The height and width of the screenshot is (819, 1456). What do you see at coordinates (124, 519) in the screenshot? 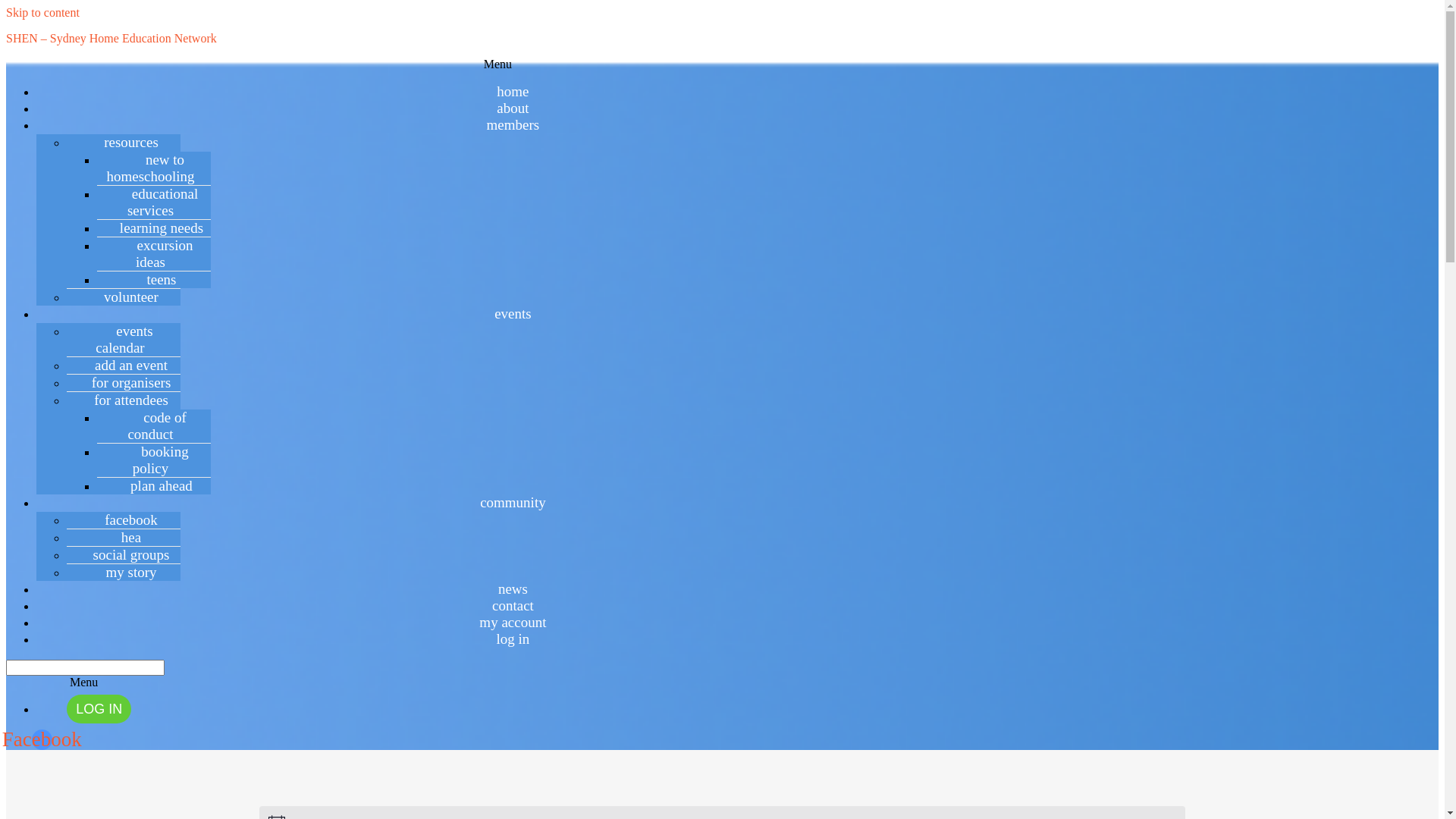
I see `'facebook'` at bounding box center [124, 519].